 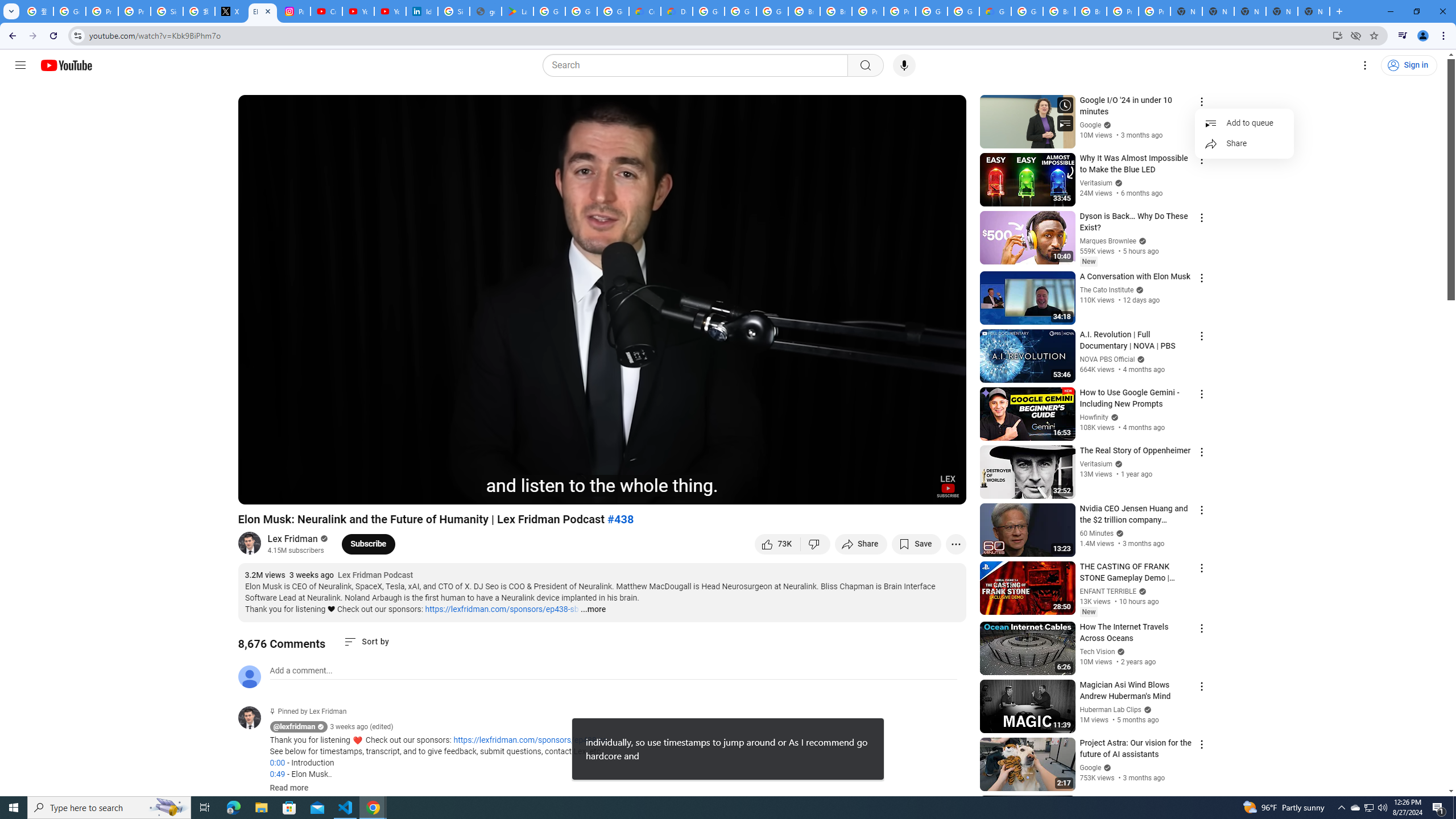 I want to click on 'Share', so click(x=1243, y=143).